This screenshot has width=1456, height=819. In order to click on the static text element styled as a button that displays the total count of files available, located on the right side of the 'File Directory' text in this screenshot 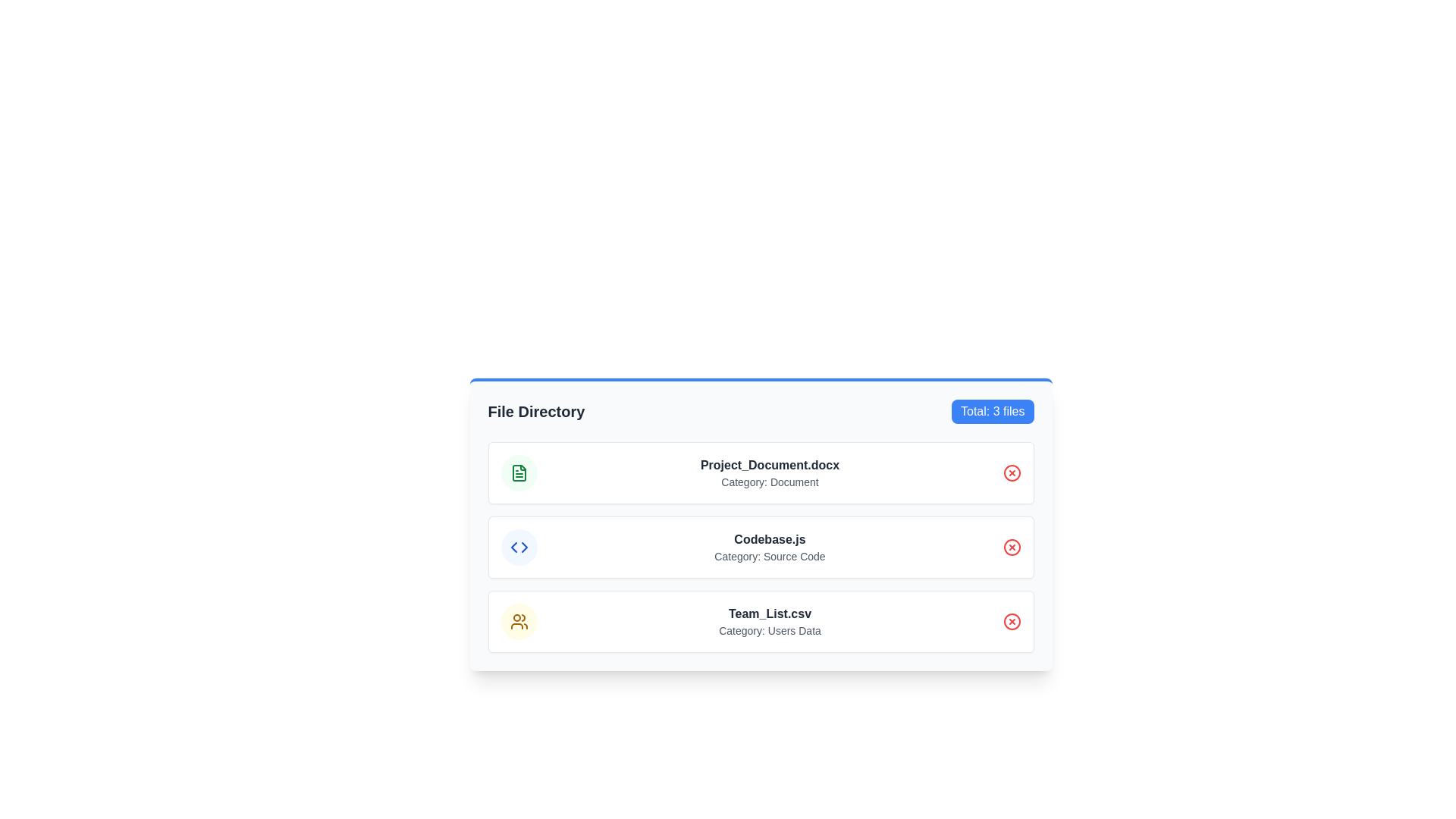, I will do `click(993, 412)`.